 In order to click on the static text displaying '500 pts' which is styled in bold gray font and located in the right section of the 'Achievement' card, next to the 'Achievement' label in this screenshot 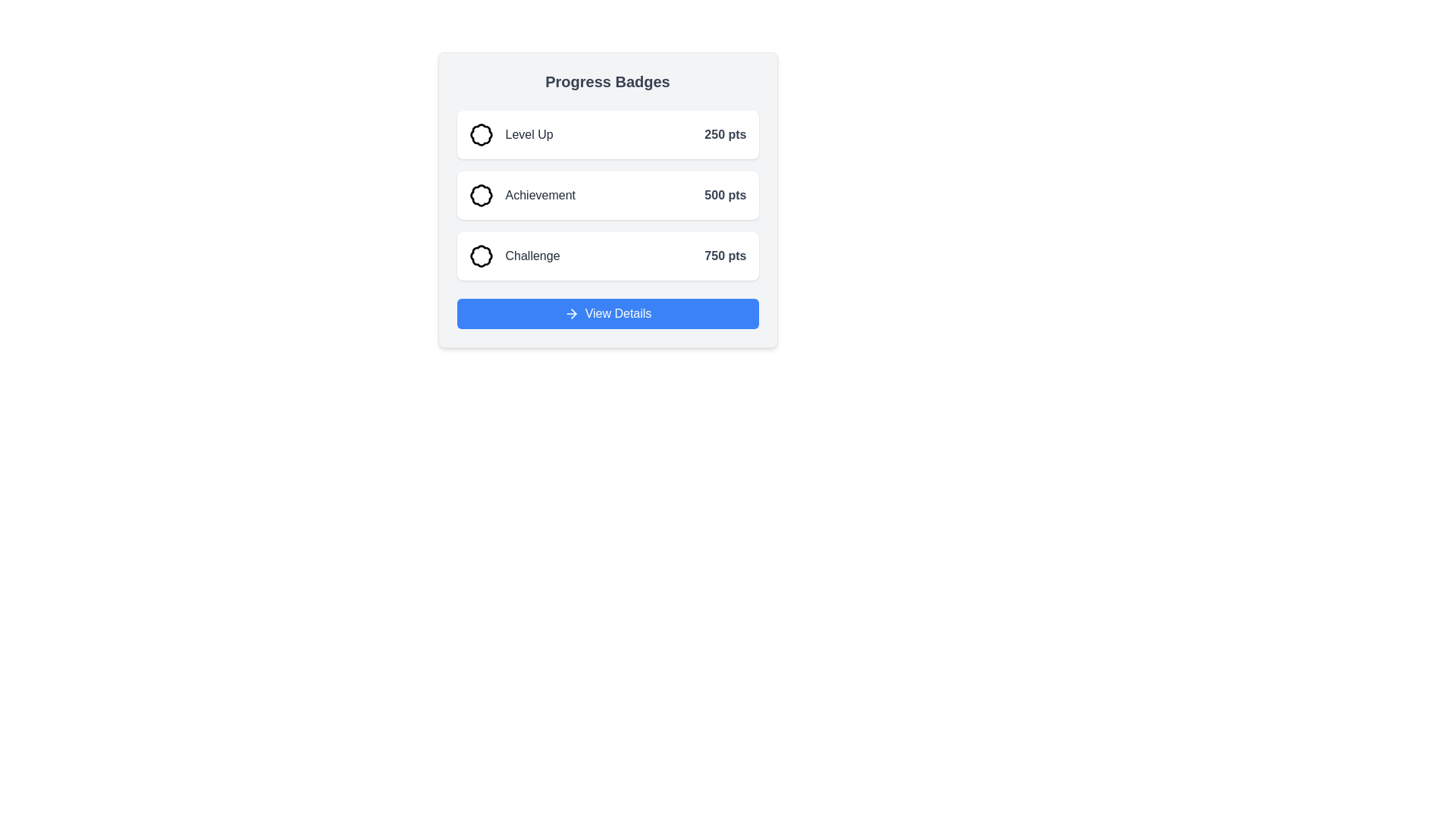, I will do `click(724, 195)`.